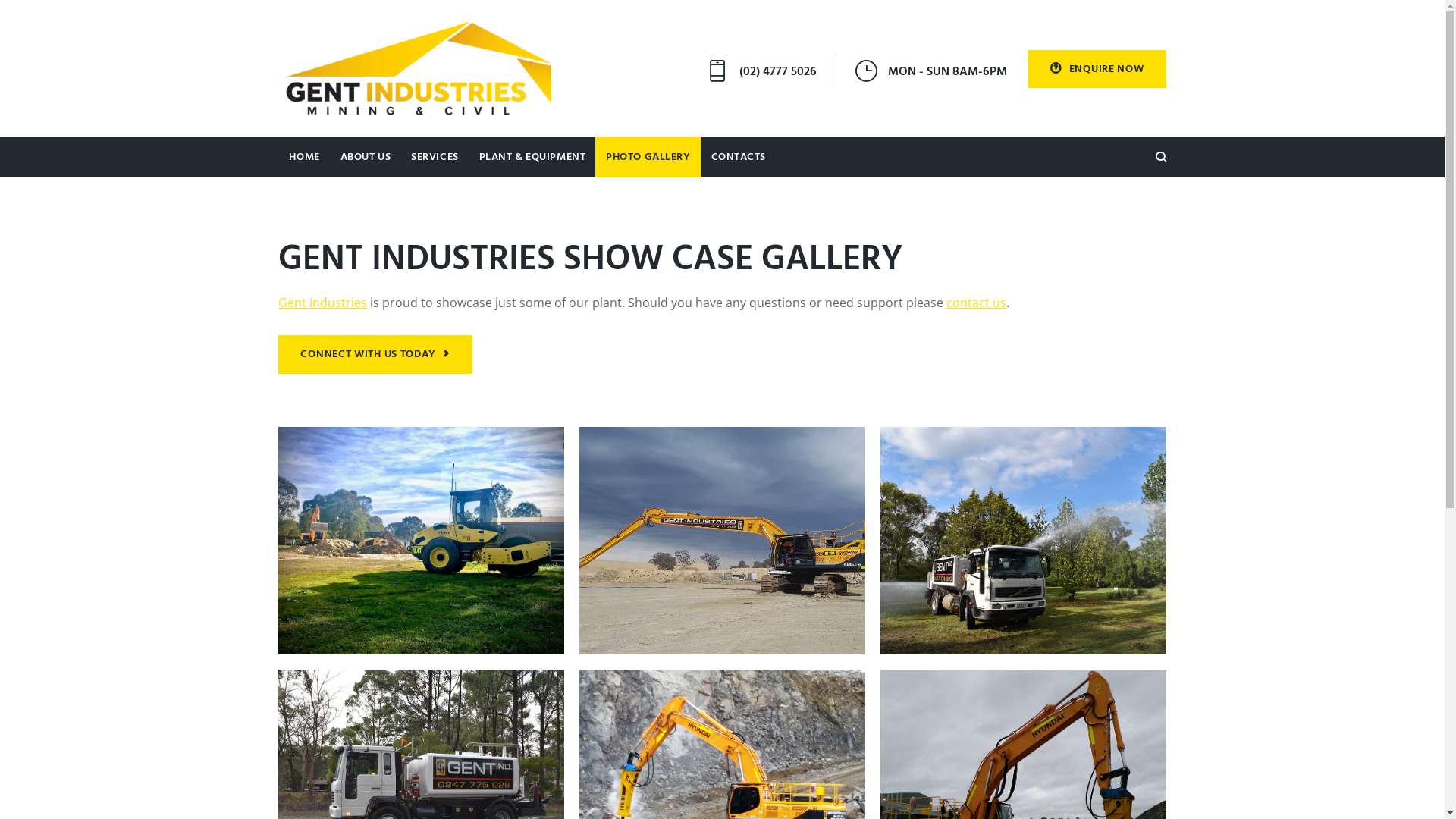  What do you see at coordinates (738, 157) in the screenshot?
I see `'CONTACTS'` at bounding box center [738, 157].